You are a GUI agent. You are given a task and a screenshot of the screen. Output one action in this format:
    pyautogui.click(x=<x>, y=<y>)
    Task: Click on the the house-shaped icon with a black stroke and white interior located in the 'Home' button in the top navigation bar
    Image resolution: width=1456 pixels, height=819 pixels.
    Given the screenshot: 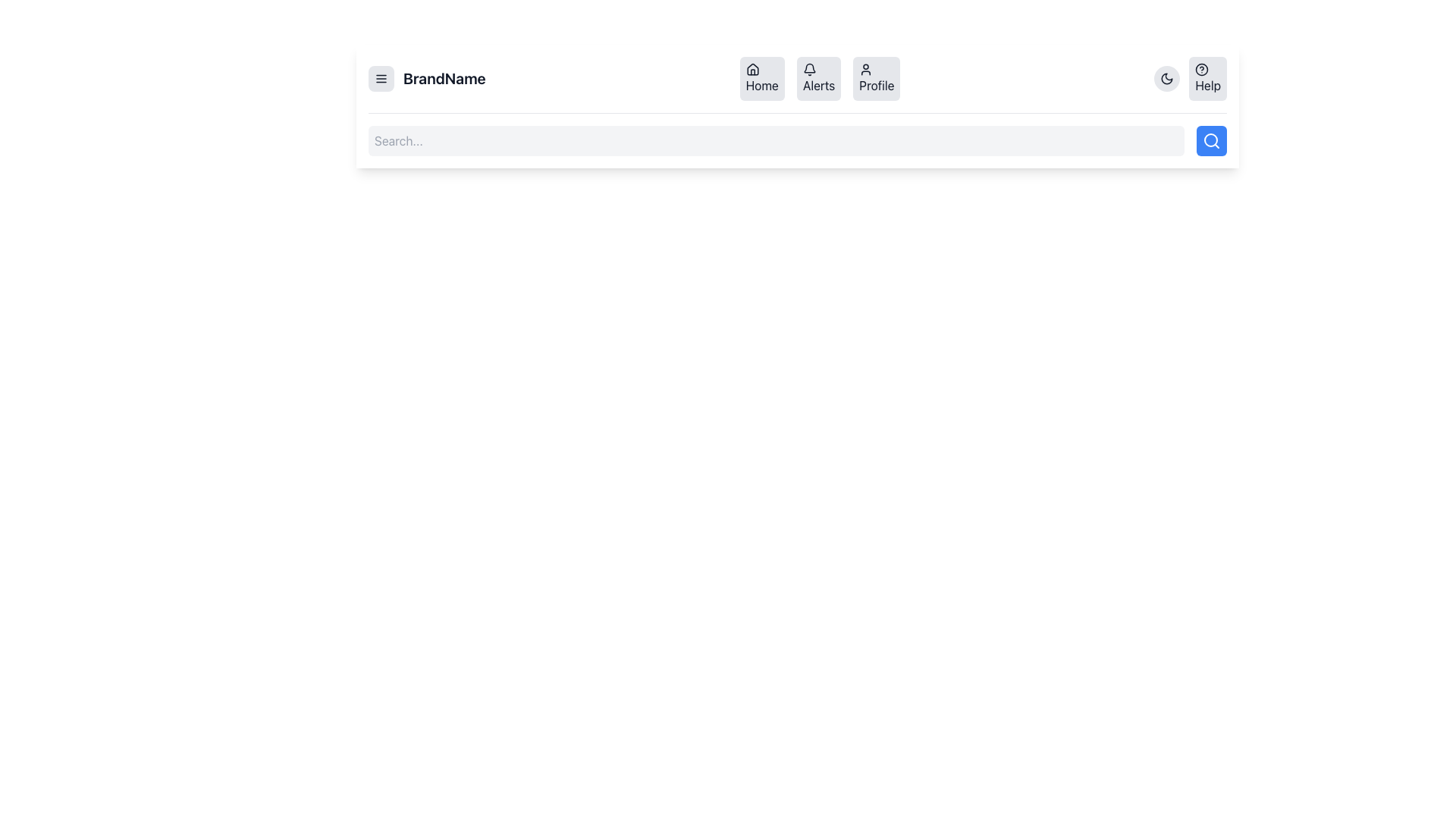 What is the action you would take?
    pyautogui.click(x=752, y=70)
    